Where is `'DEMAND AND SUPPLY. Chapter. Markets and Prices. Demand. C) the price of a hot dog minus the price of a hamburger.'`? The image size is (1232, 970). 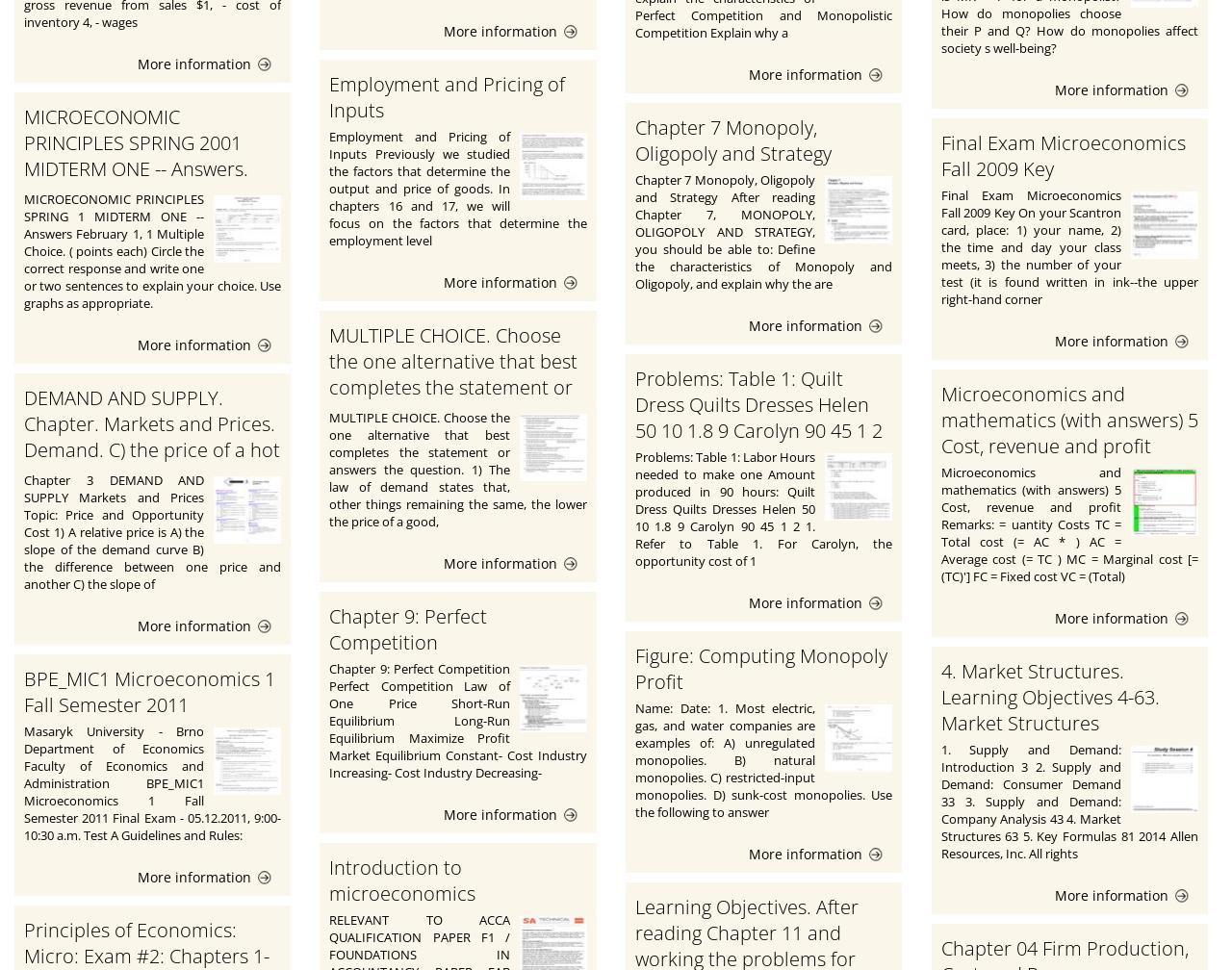
'DEMAND AND SUPPLY. Chapter. Markets and Prices. Demand. C) the price of a hot dog minus the price of a hamburger.' is located at coordinates (150, 449).